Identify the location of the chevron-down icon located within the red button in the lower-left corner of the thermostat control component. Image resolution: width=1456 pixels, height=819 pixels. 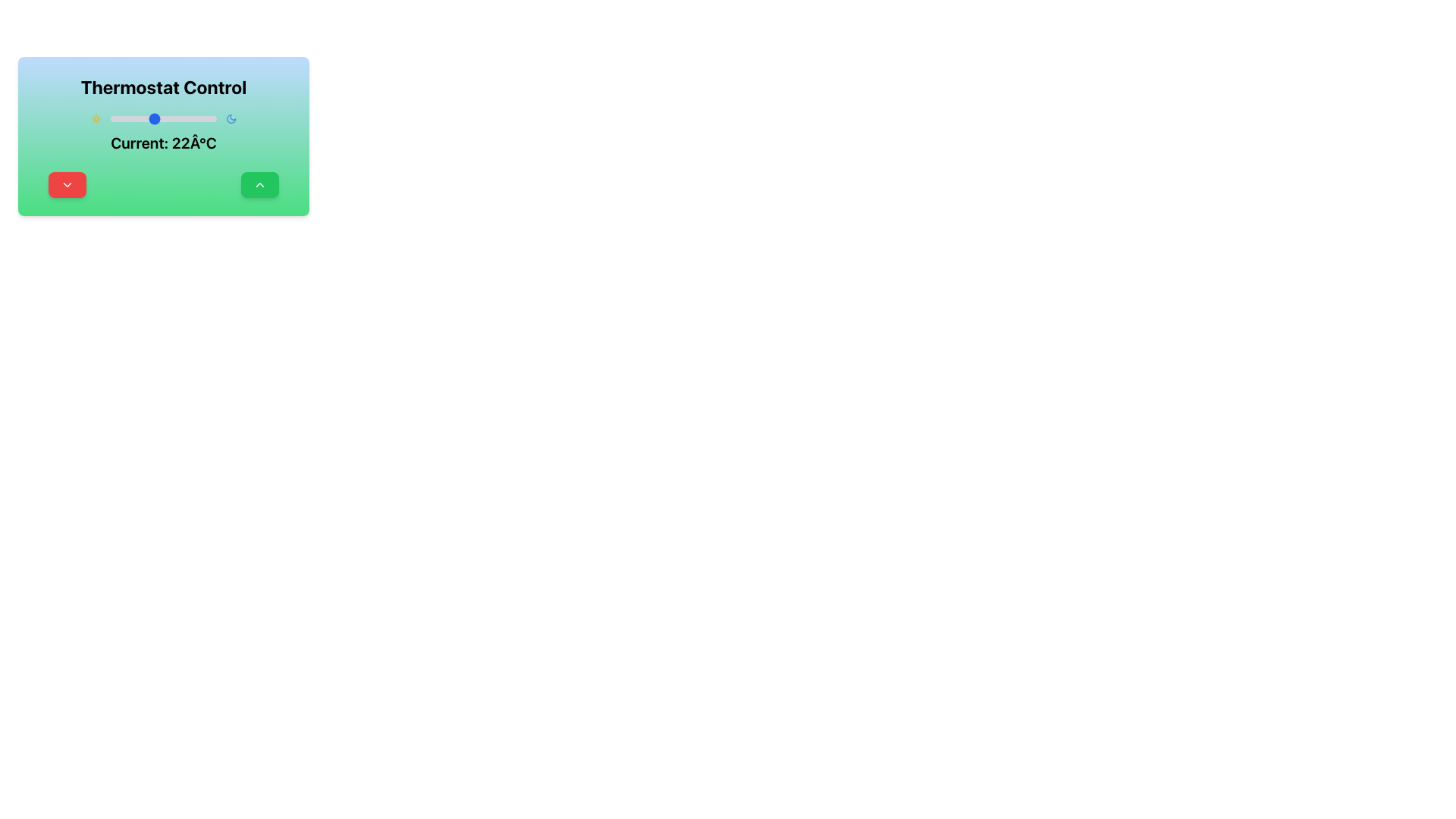
(67, 184).